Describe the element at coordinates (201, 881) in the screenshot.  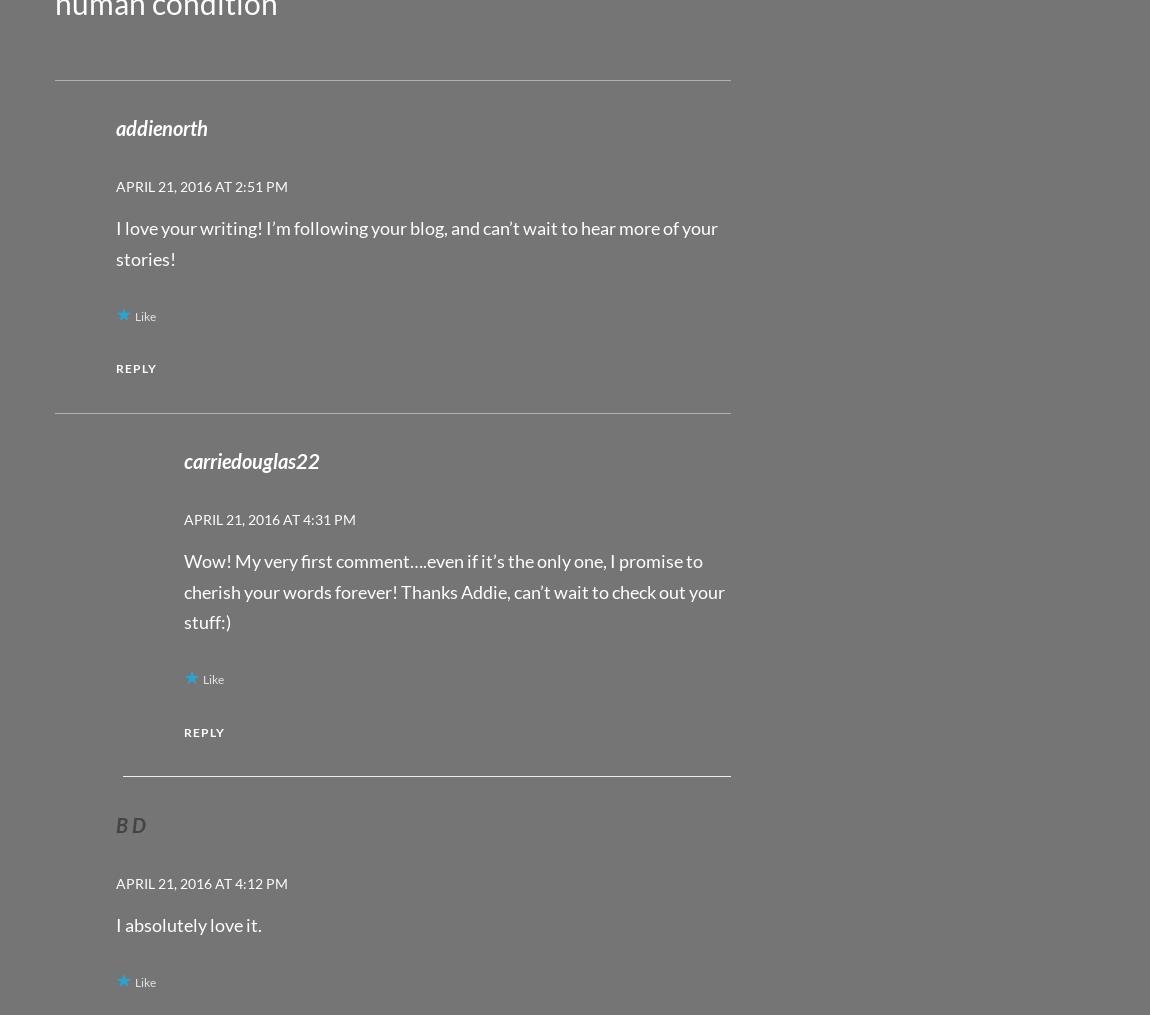
I see `'April 21, 2016 at 4:12 pm'` at that location.